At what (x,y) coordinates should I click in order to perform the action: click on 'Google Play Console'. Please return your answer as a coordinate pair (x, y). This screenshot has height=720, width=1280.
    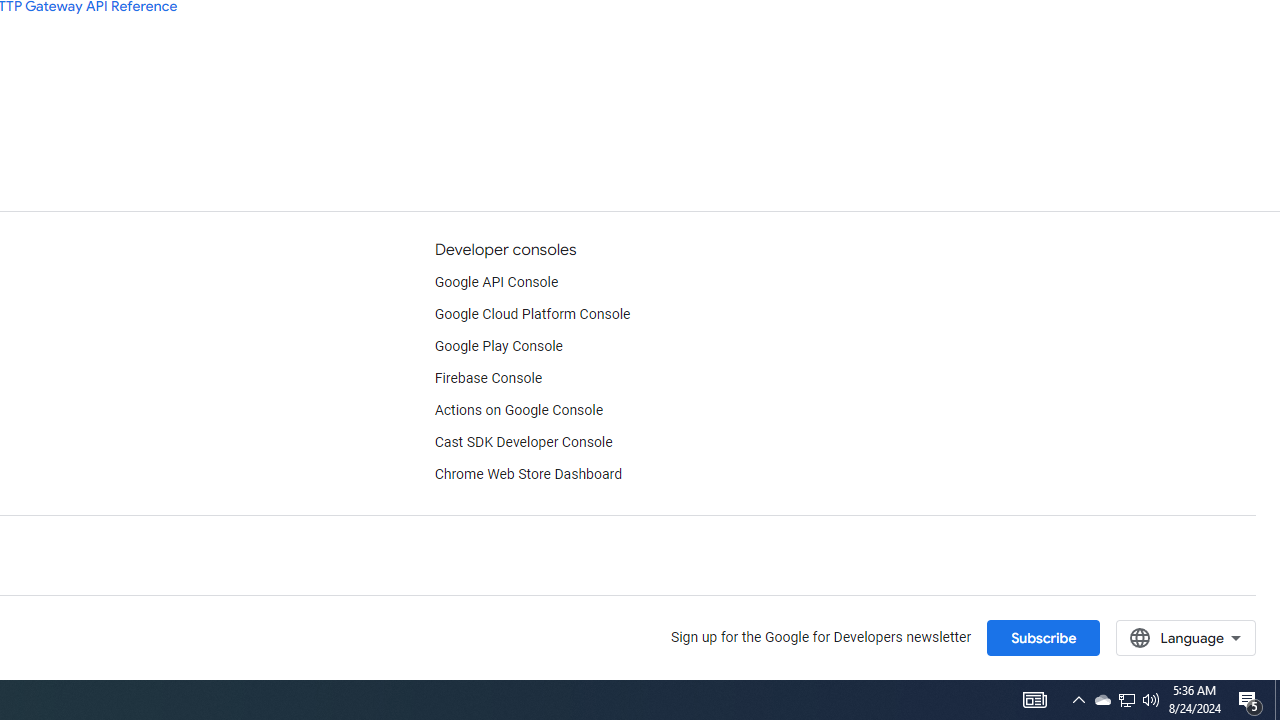
    Looking at the image, I should click on (498, 346).